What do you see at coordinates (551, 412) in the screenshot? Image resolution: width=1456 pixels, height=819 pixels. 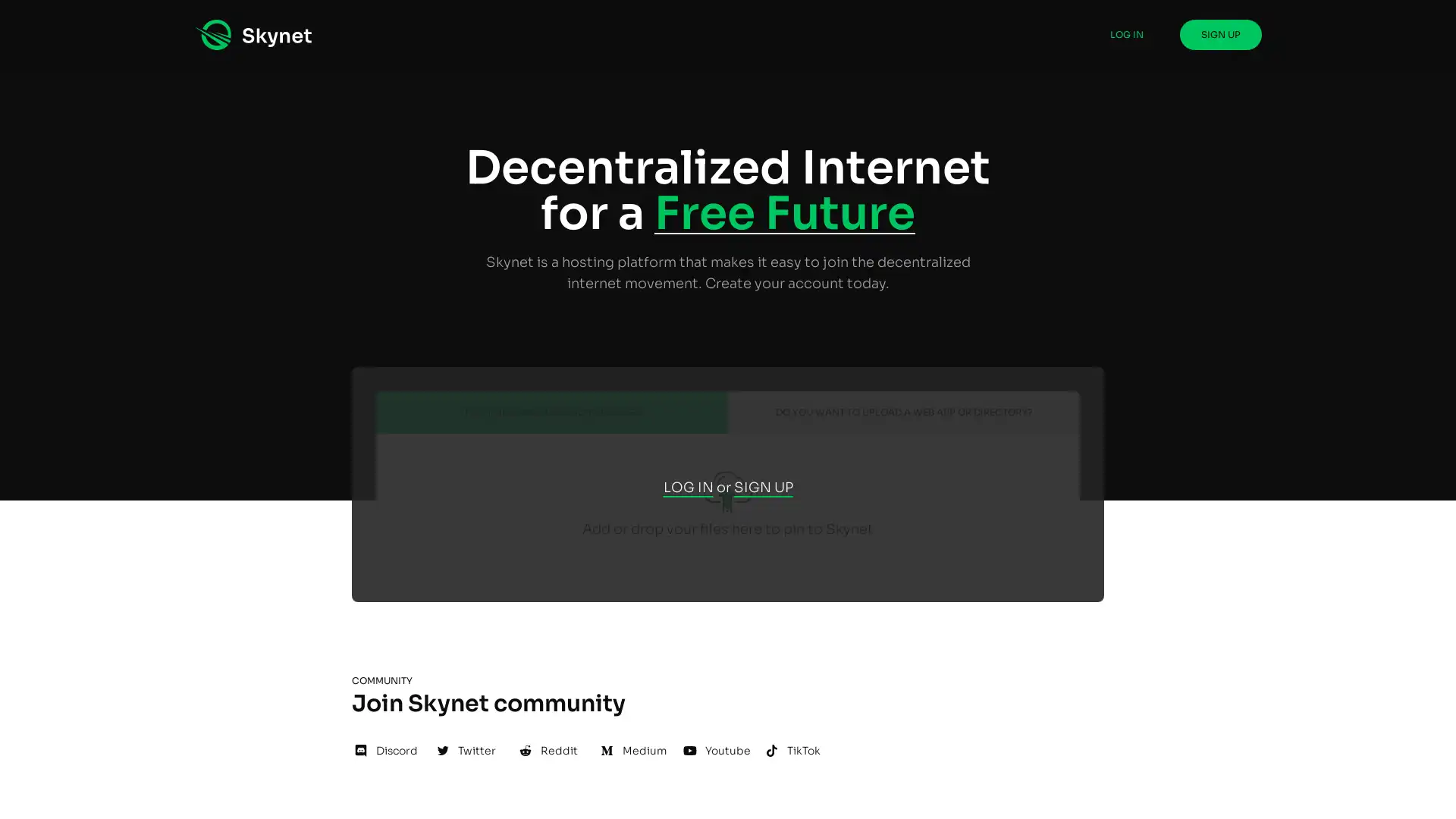 I see `TRY IT NOW AND UPLOAD YOUR FILES` at bounding box center [551, 412].